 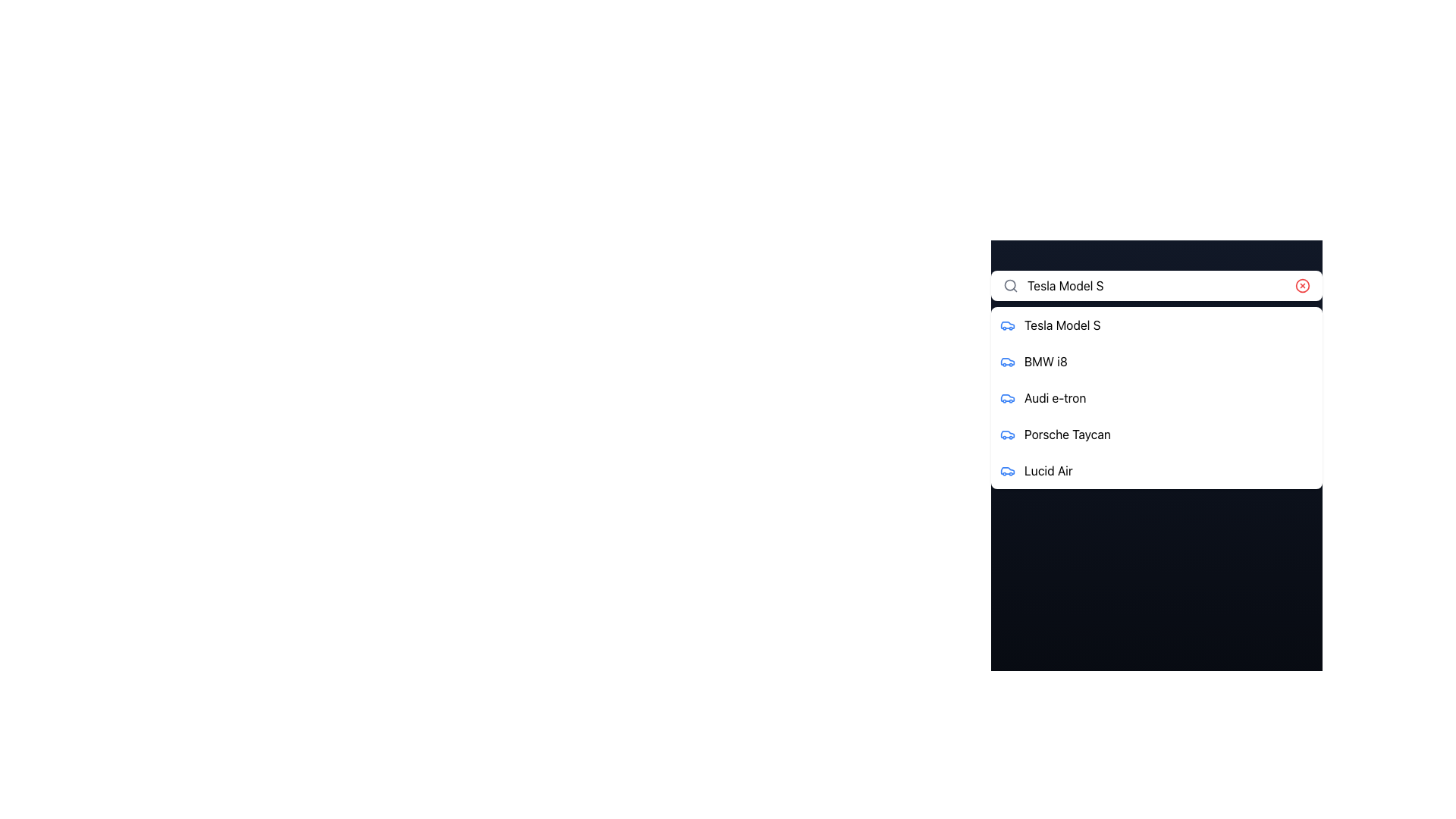 What do you see at coordinates (1156, 435) in the screenshot?
I see `the fourth item in the dropdown menu list, which is positioned between 'Audi e-tron' and 'Lucid Air'` at bounding box center [1156, 435].